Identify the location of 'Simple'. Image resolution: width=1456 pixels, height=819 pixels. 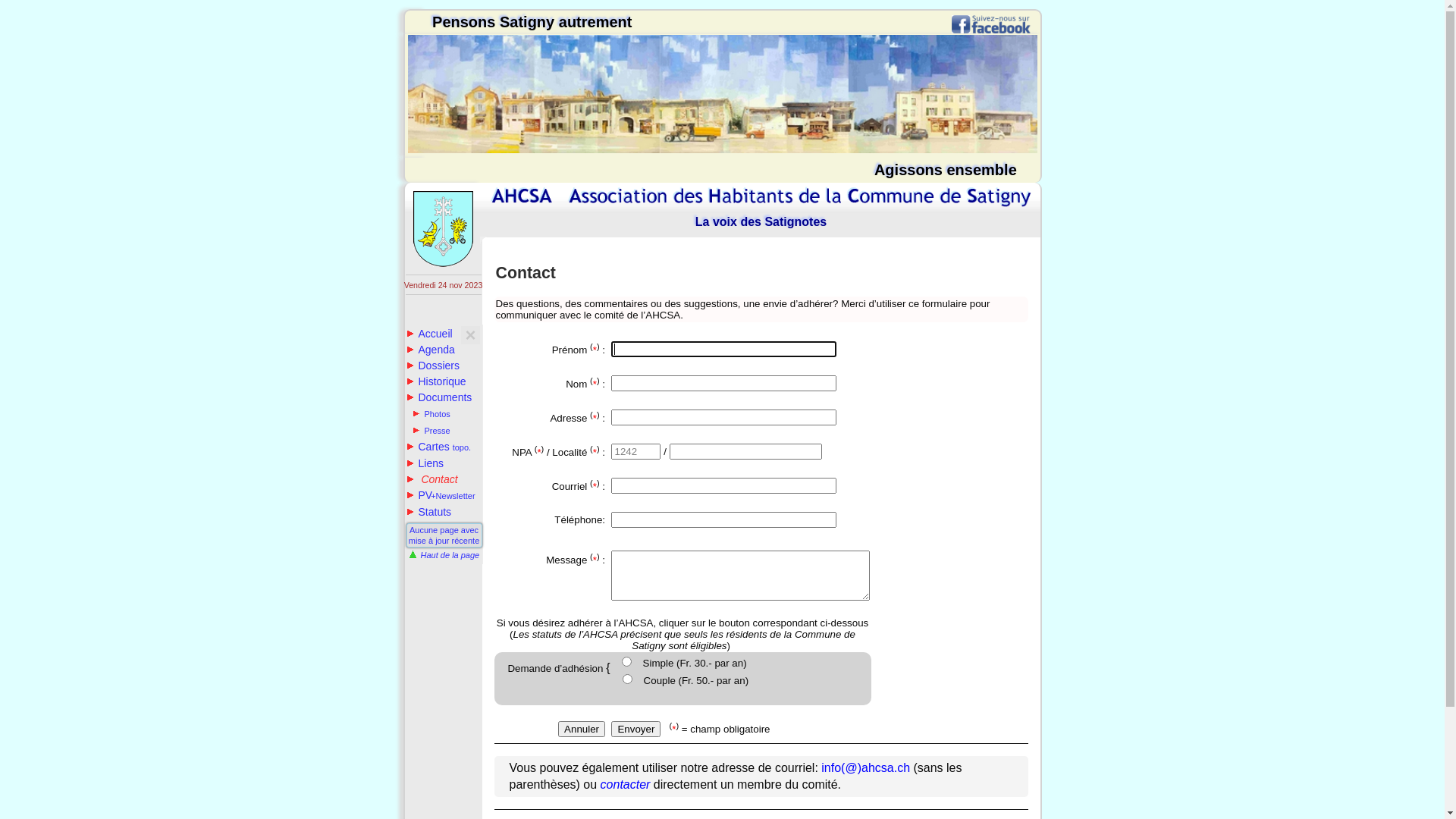
(622, 661).